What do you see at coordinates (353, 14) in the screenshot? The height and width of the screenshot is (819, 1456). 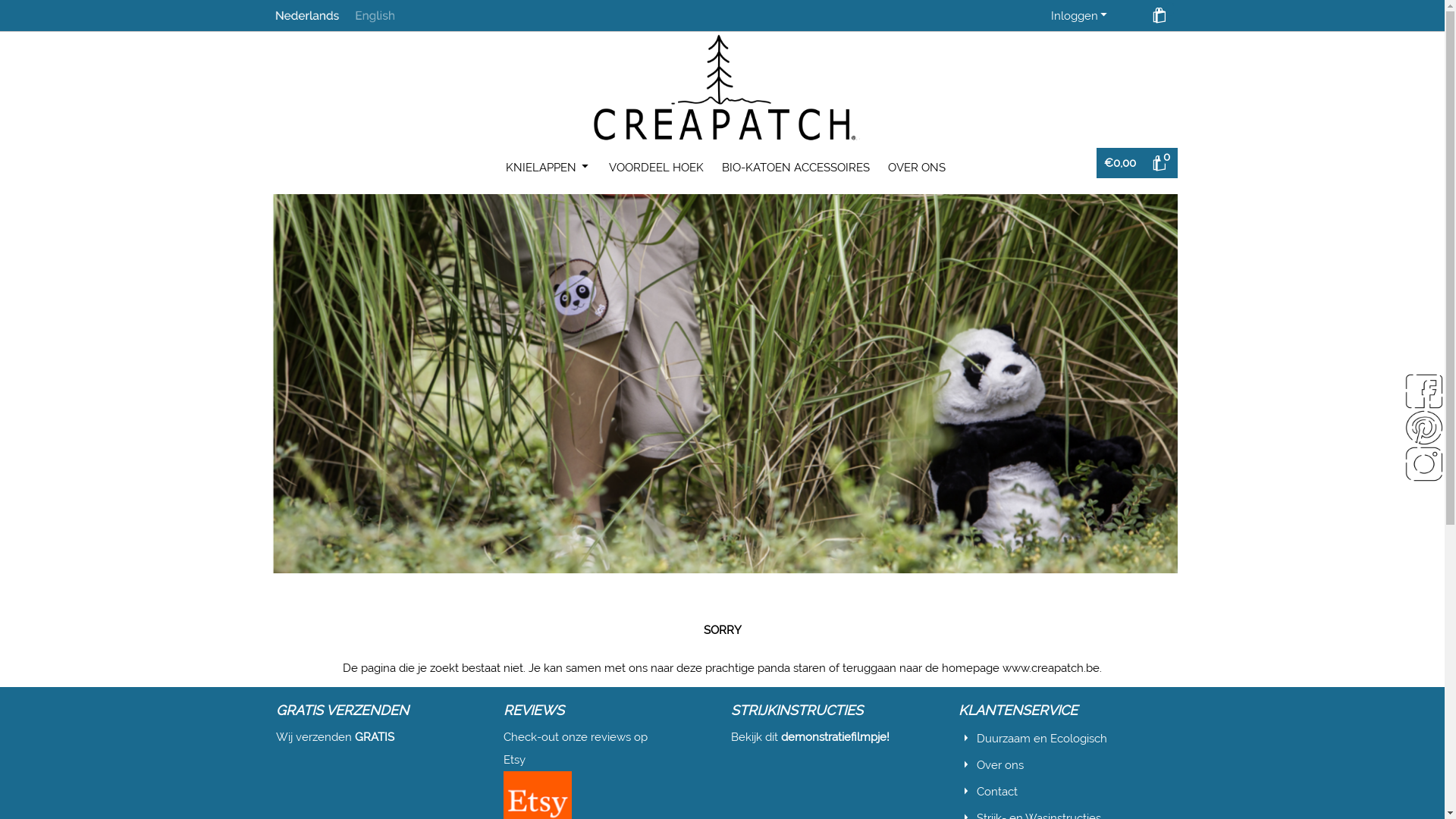 I see `'English'` at bounding box center [353, 14].